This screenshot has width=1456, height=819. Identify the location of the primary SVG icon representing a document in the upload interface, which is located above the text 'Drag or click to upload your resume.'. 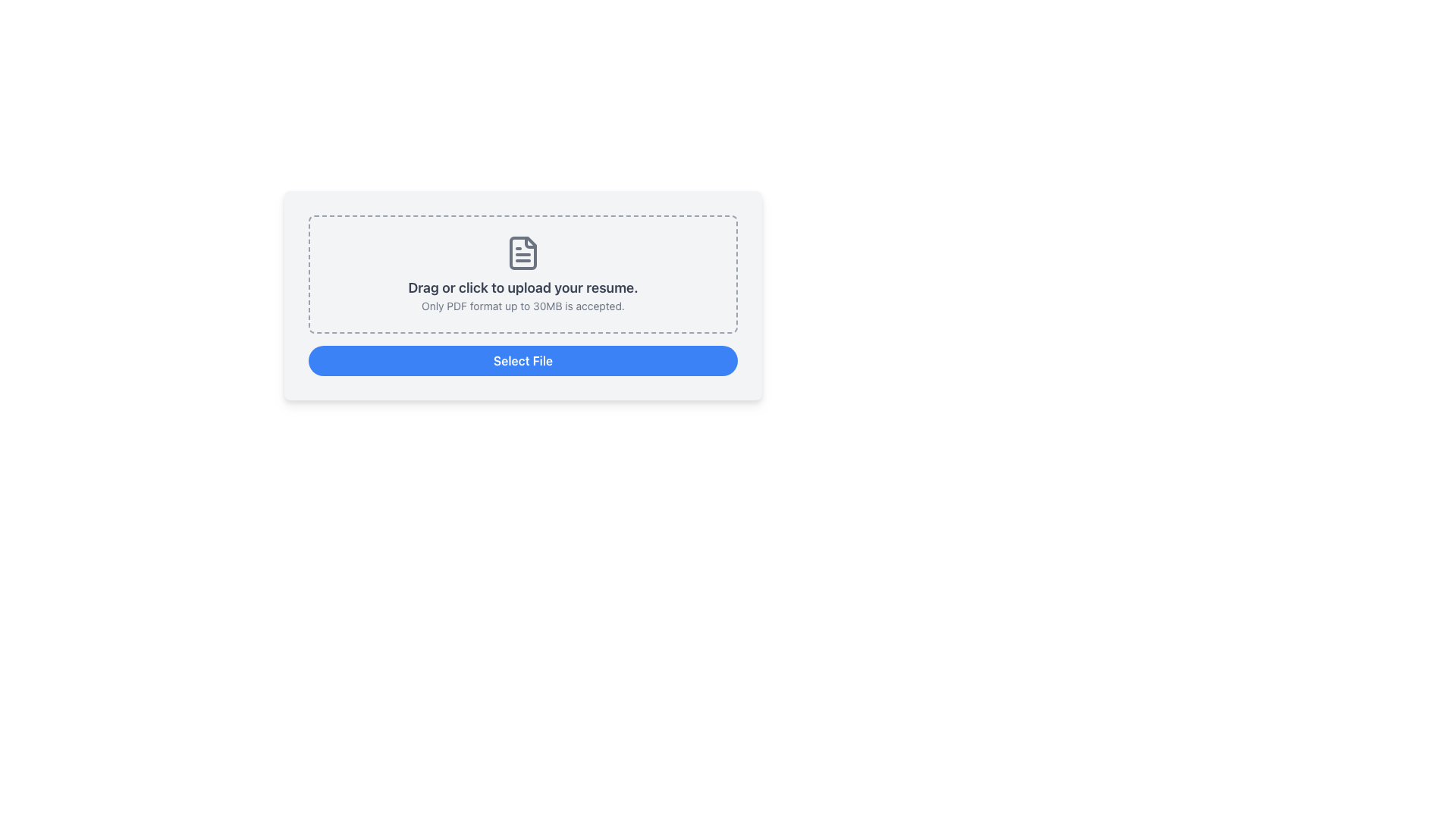
(523, 253).